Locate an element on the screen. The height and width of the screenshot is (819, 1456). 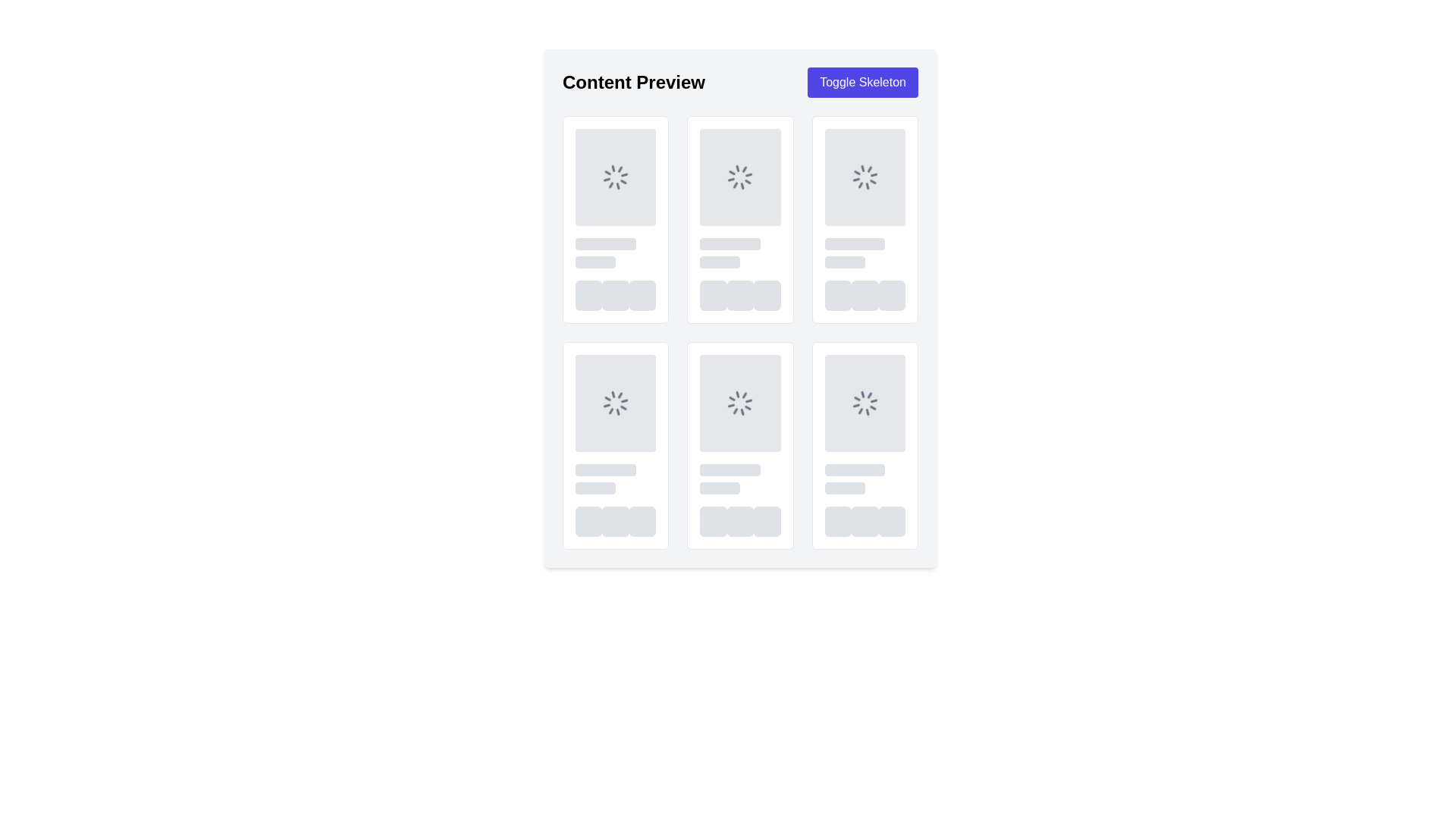
the Loading Skeleton Placeholder, which is positioned in the middle row of the second column of a grid layout, serving as a loading placeholder for content is located at coordinates (616, 479).